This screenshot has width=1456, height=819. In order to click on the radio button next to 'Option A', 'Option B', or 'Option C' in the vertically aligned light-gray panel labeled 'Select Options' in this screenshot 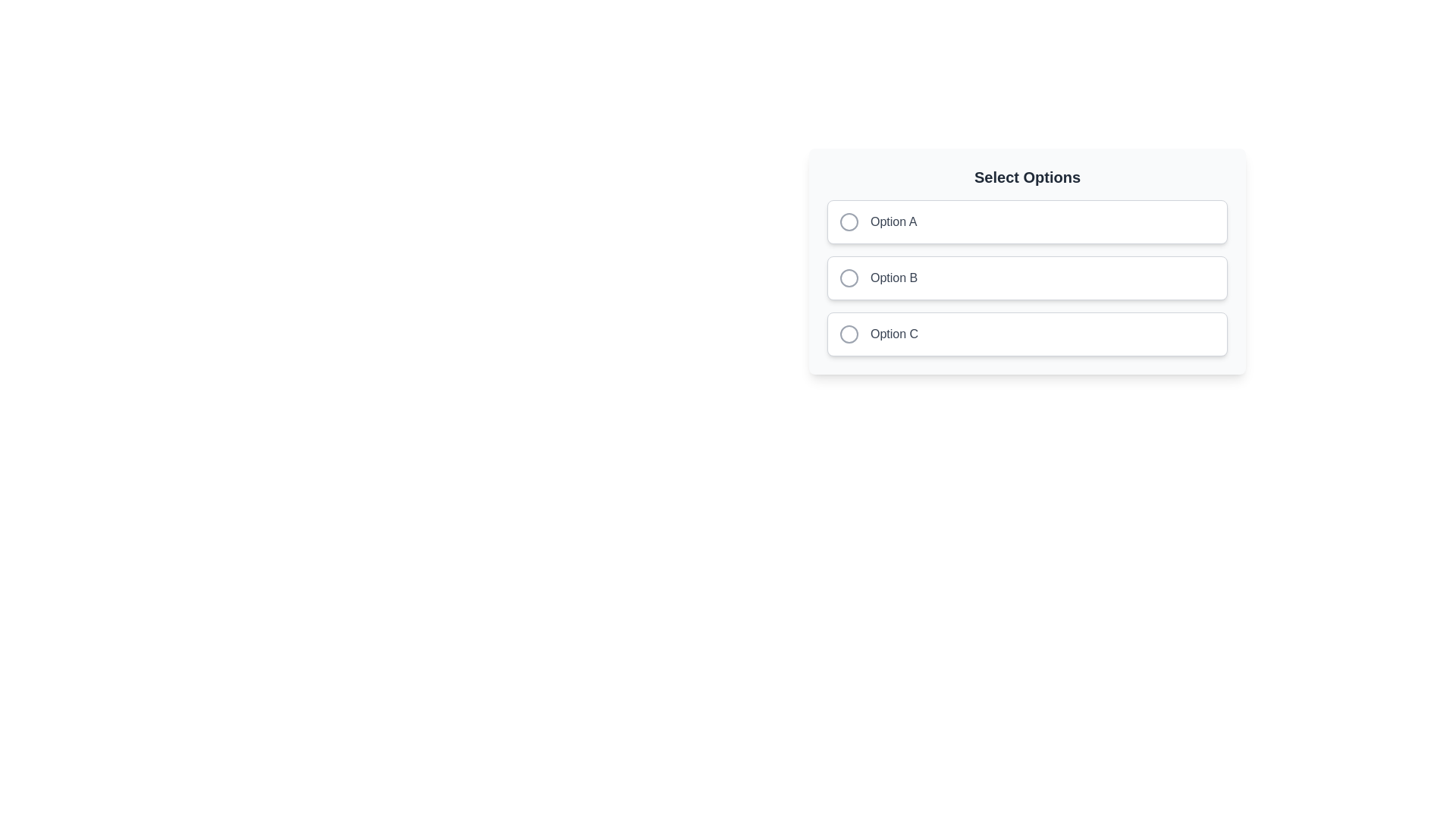, I will do `click(1027, 260)`.